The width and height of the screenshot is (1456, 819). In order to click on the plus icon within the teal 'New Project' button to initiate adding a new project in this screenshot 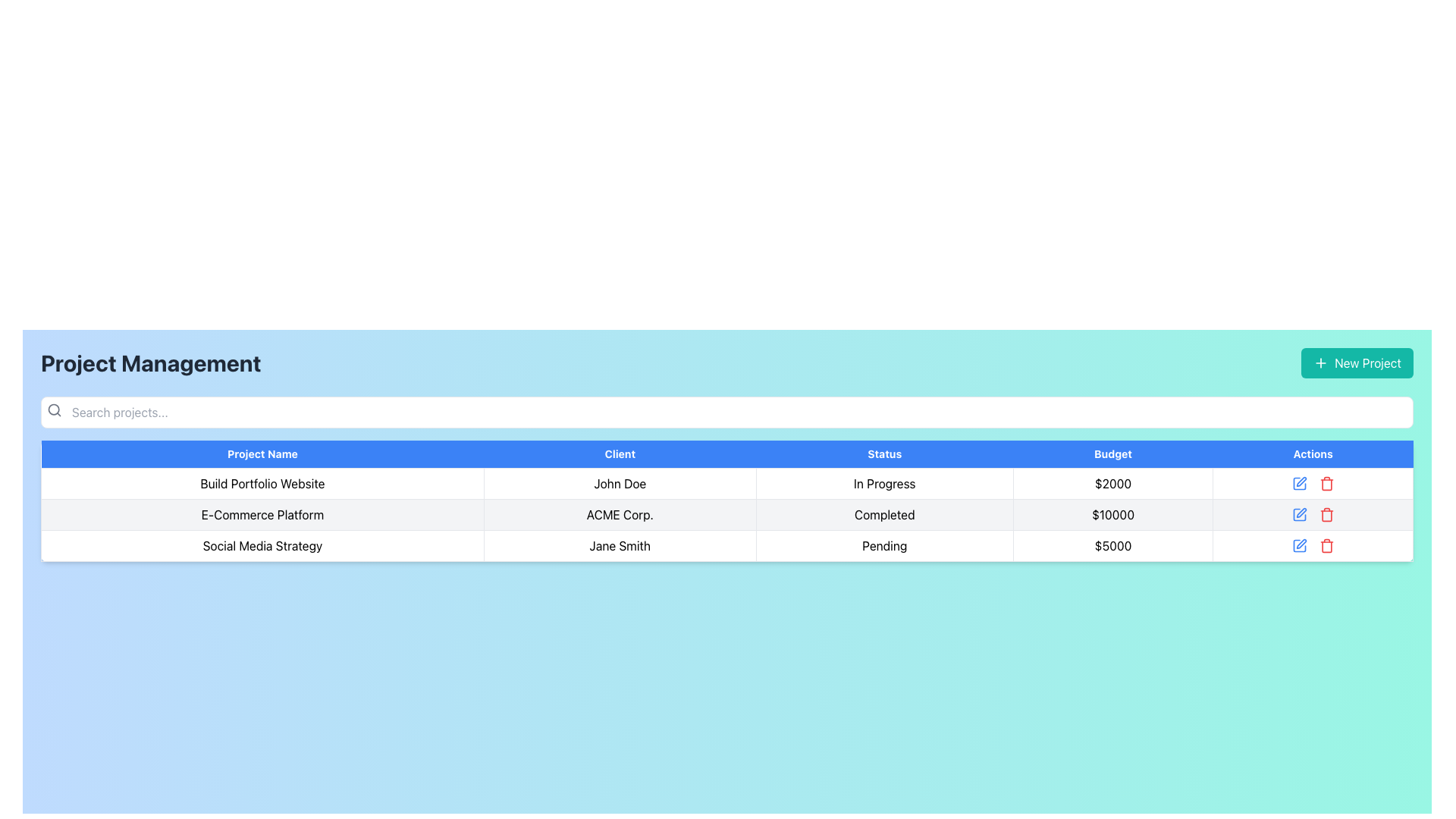, I will do `click(1320, 362)`.